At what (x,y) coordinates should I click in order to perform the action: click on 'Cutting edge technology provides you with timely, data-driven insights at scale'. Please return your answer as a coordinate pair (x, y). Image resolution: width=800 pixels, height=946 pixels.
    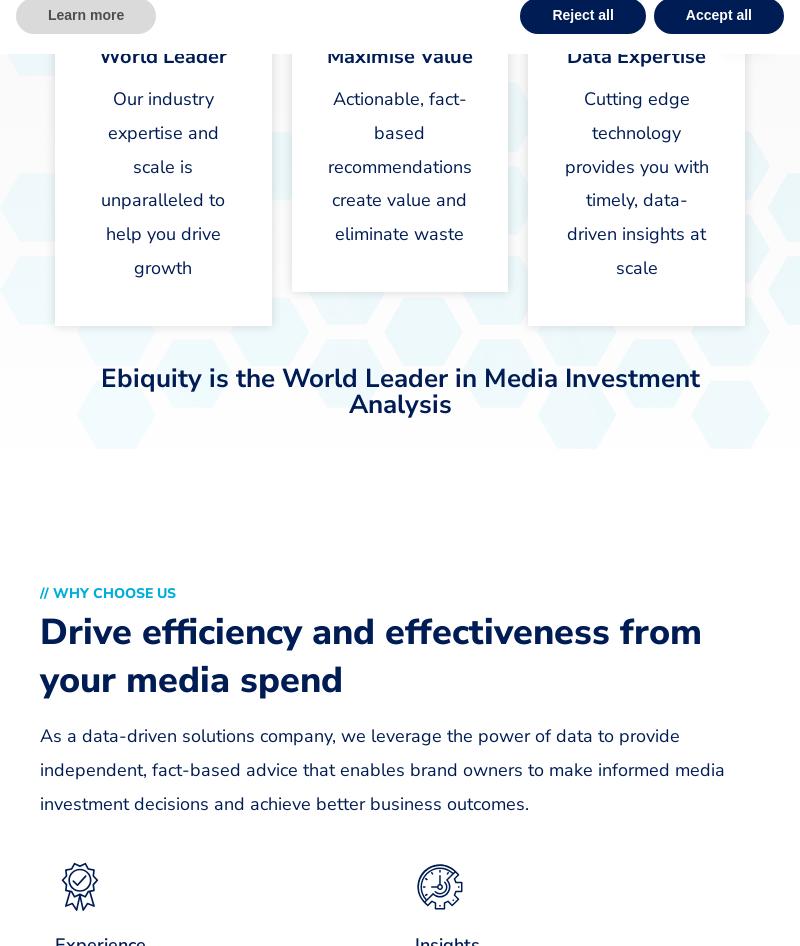
    Looking at the image, I should click on (635, 182).